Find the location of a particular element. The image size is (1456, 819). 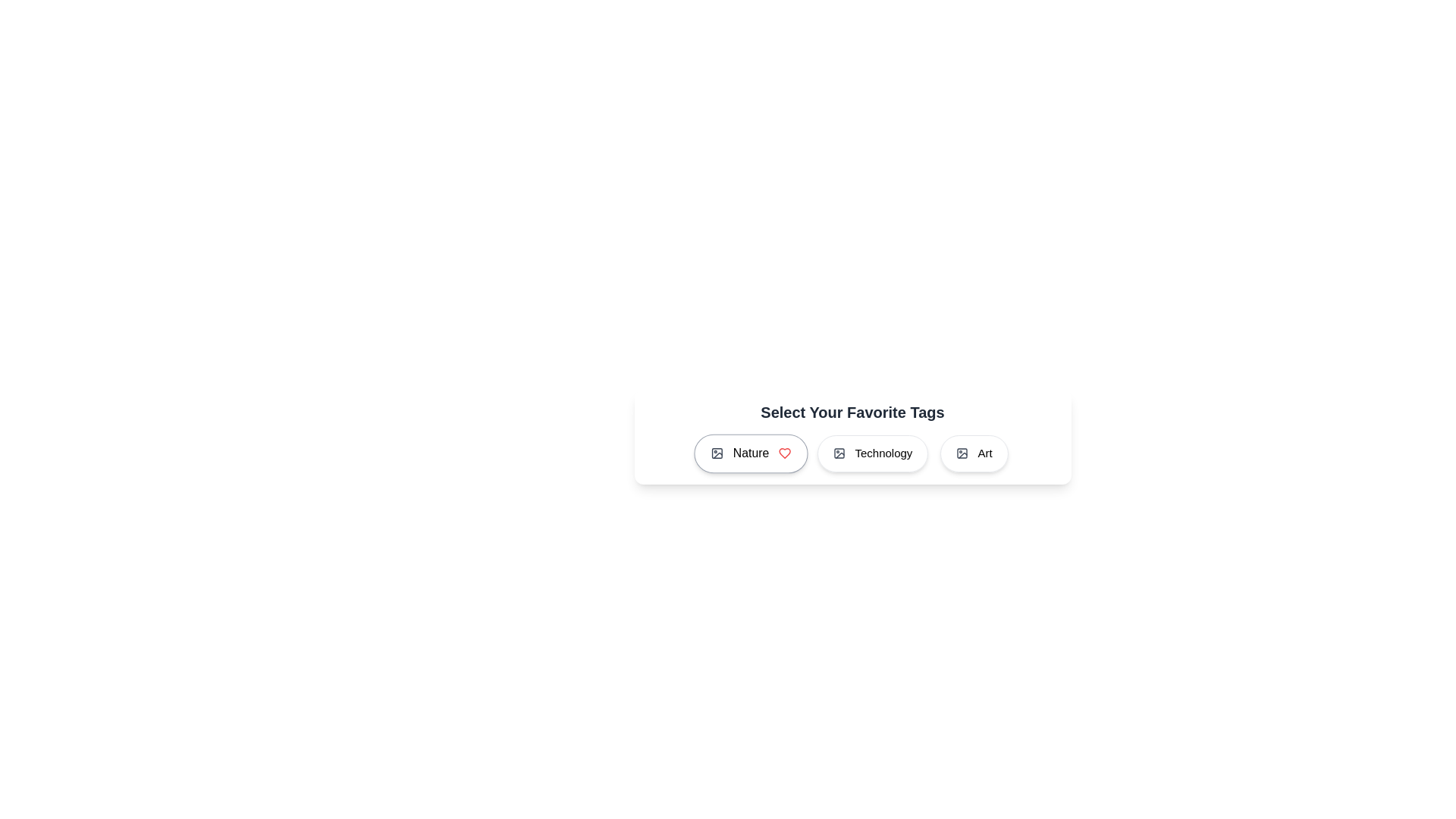

the icon inside the tag labeled Nature is located at coordinates (717, 453).